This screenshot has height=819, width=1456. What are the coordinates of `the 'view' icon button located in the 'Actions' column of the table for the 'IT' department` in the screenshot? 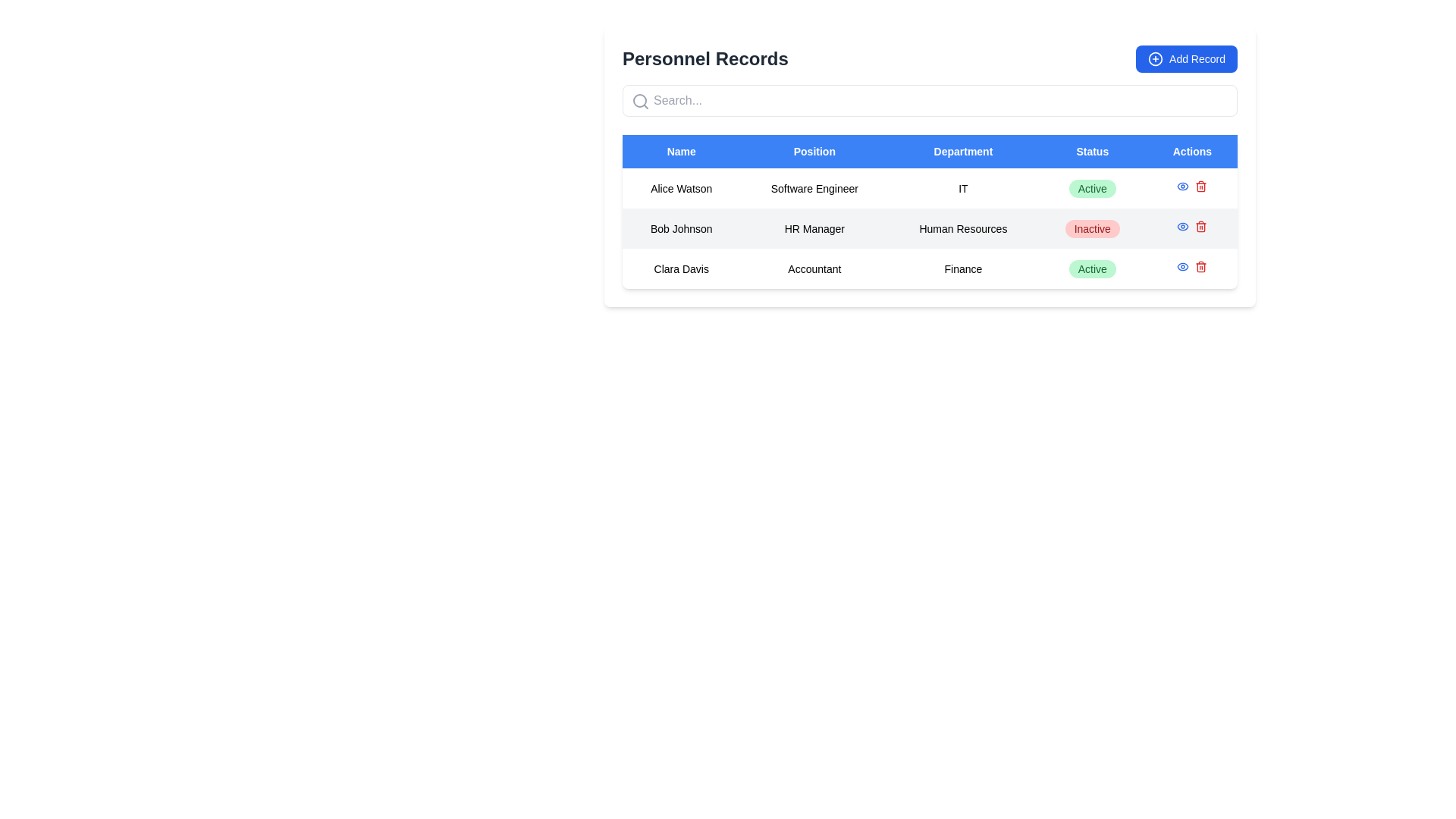 It's located at (1182, 186).